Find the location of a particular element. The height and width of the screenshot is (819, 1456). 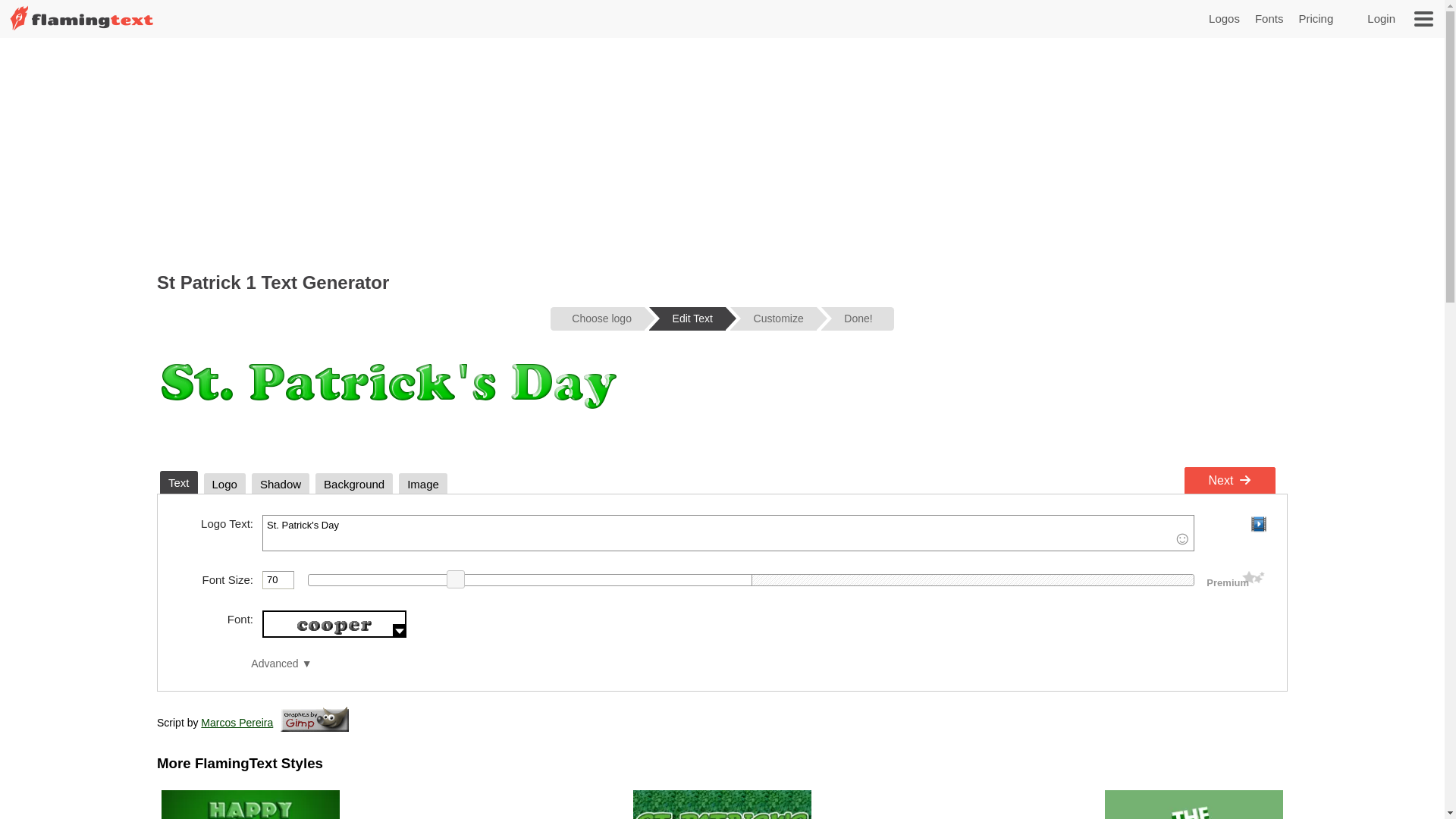

'Menu' is located at coordinates (1423, 18).